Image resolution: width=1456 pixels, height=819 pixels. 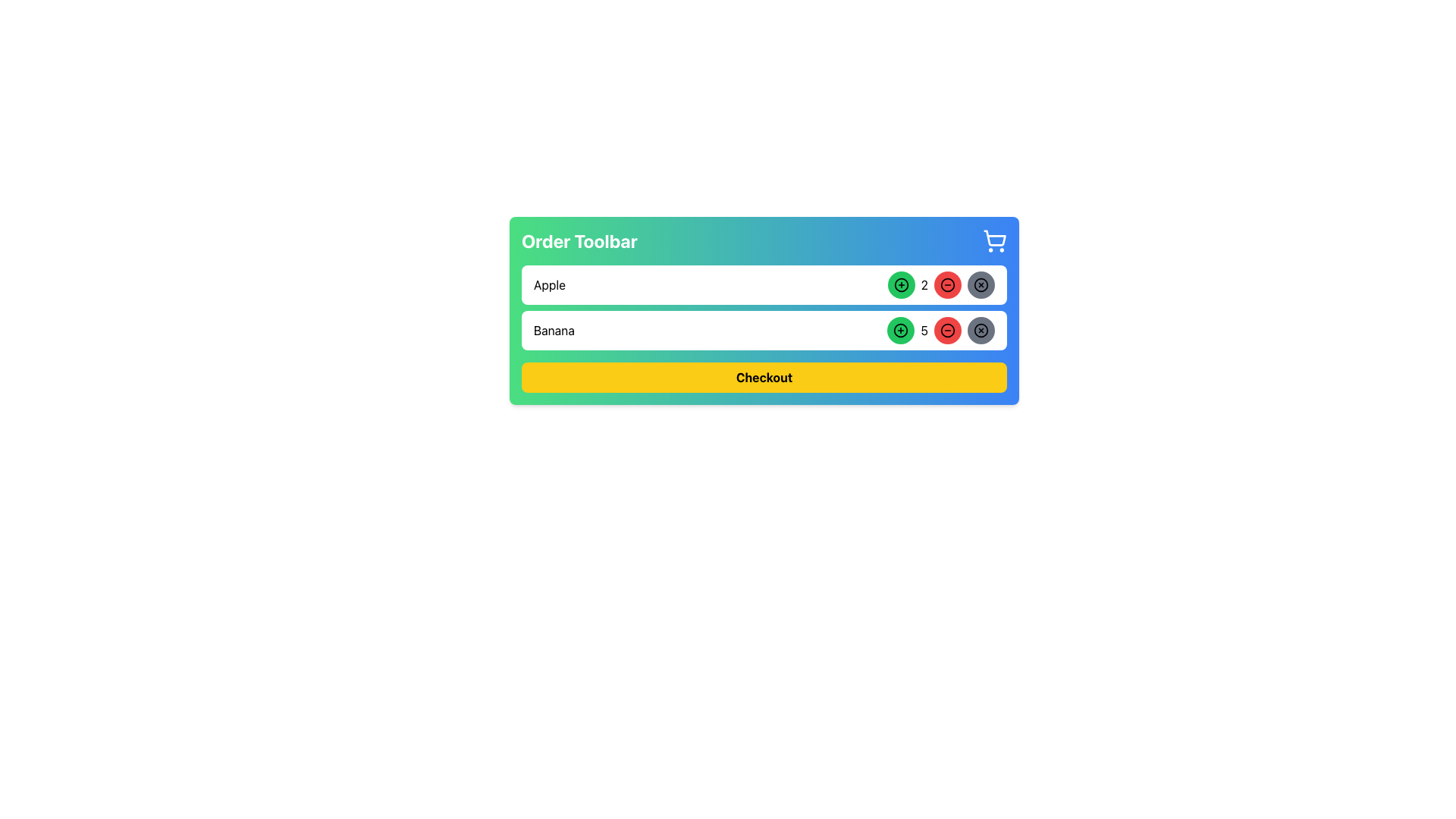 What do you see at coordinates (901, 284) in the screenshot?
I see `the action button located in the upper row next to the item labeled 'Apple' to increase the quantity` at bounding box center [901, 284].